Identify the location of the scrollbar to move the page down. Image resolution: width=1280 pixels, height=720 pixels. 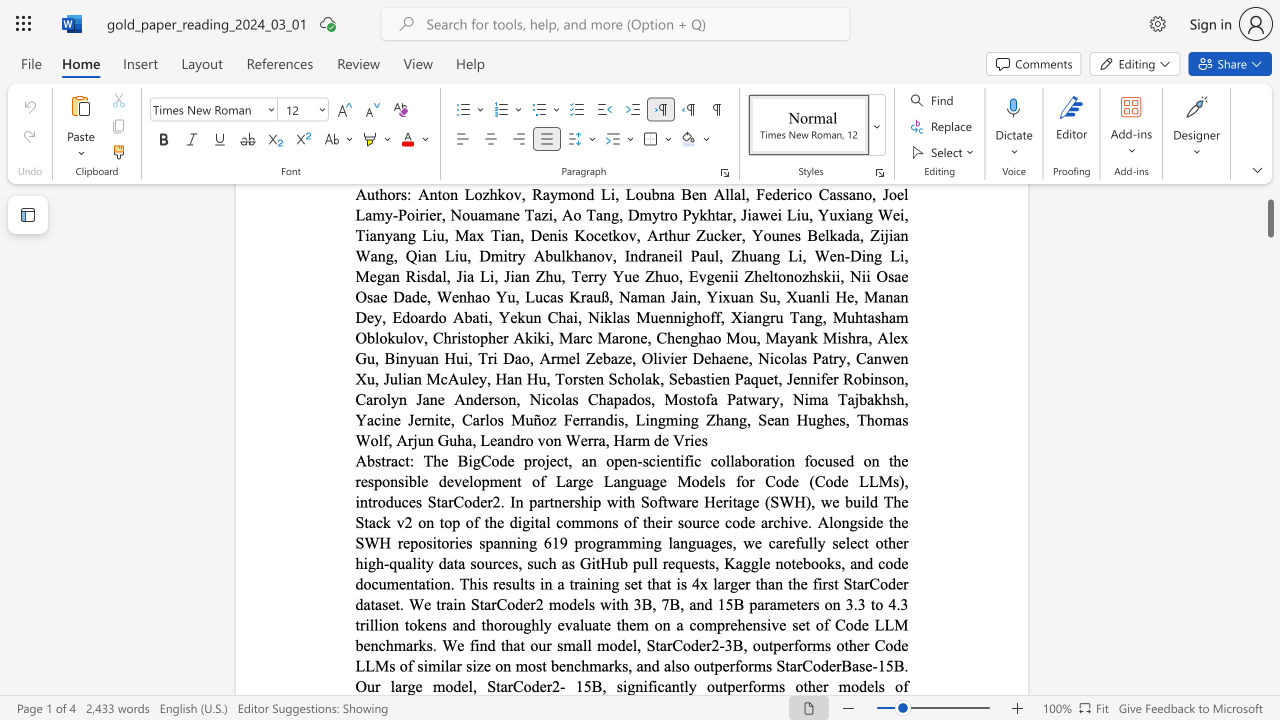
(1269, 438).